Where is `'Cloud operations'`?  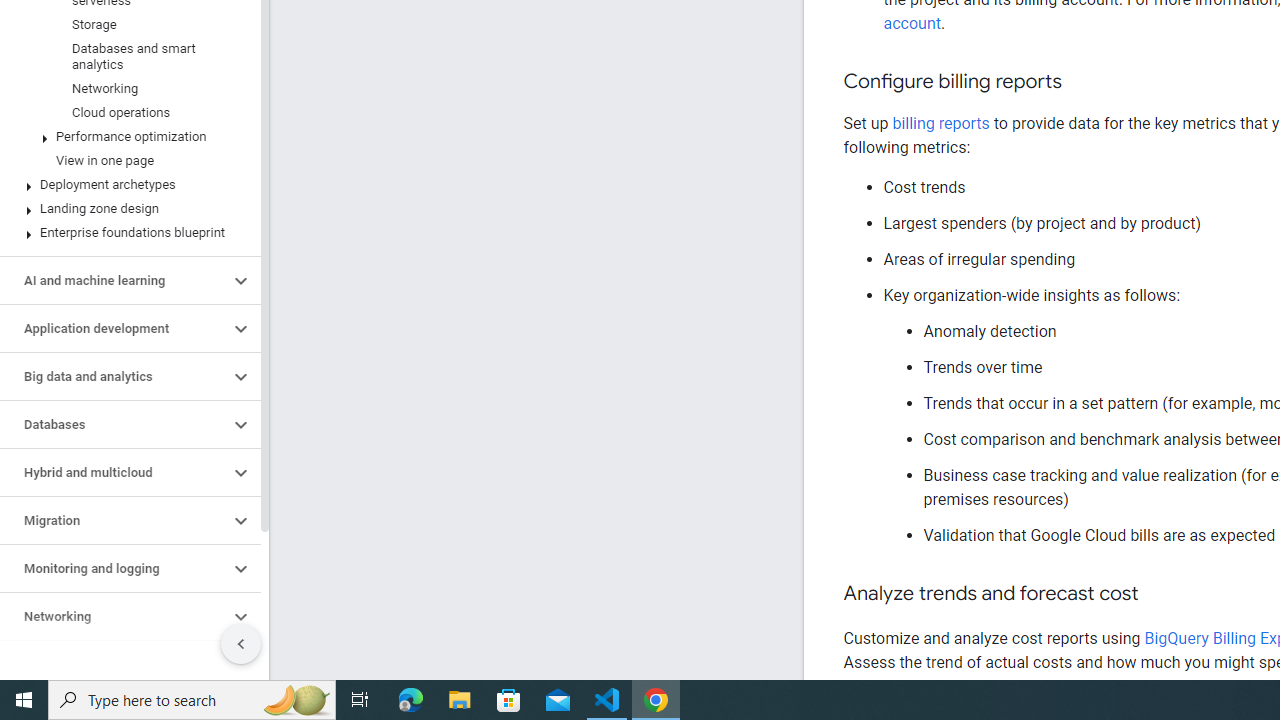
'Cloud operations' is located at coordinates (125, 113).